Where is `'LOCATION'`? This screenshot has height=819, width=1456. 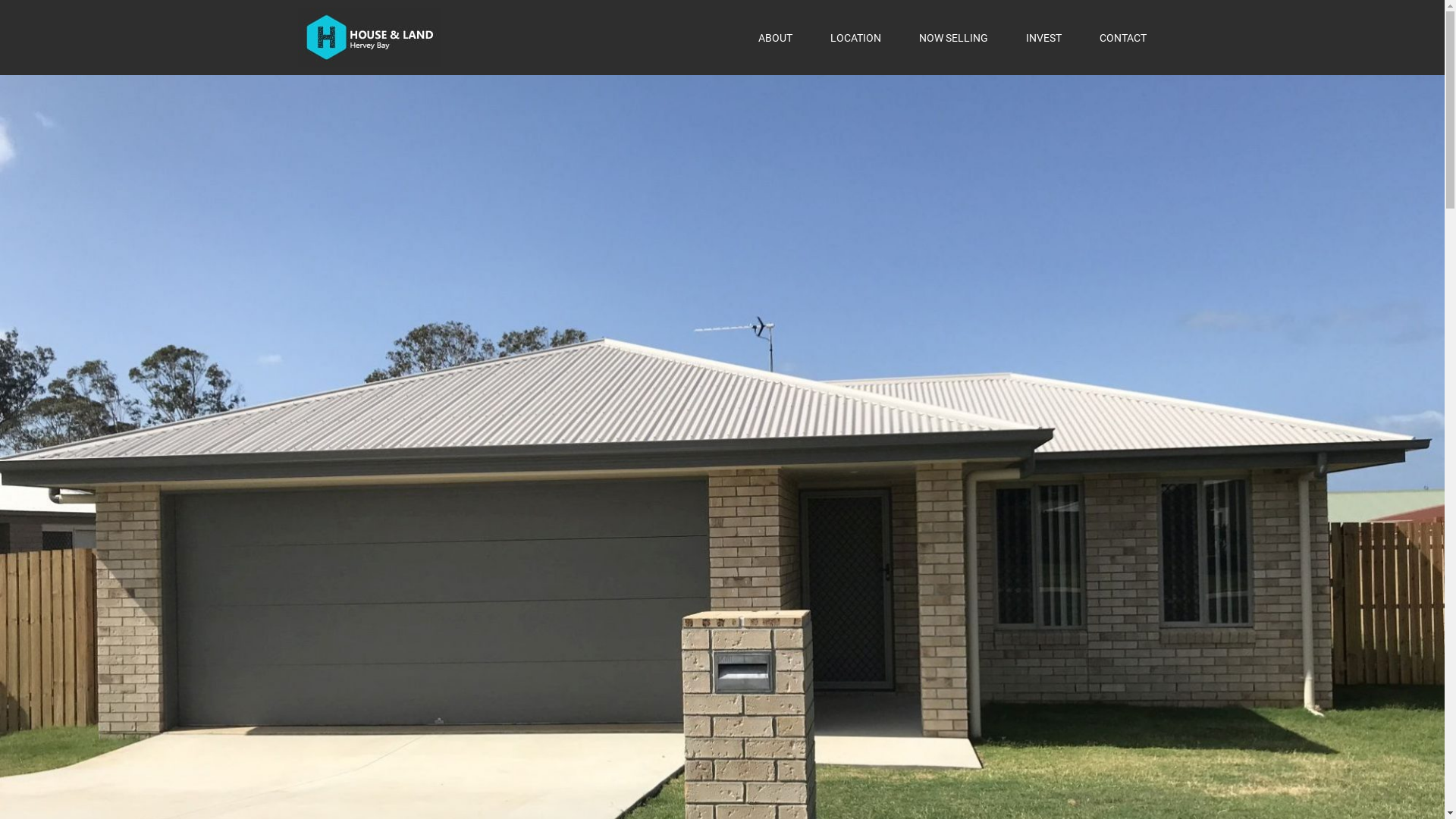 'LOCATION' is located at coordinates (855, 36).